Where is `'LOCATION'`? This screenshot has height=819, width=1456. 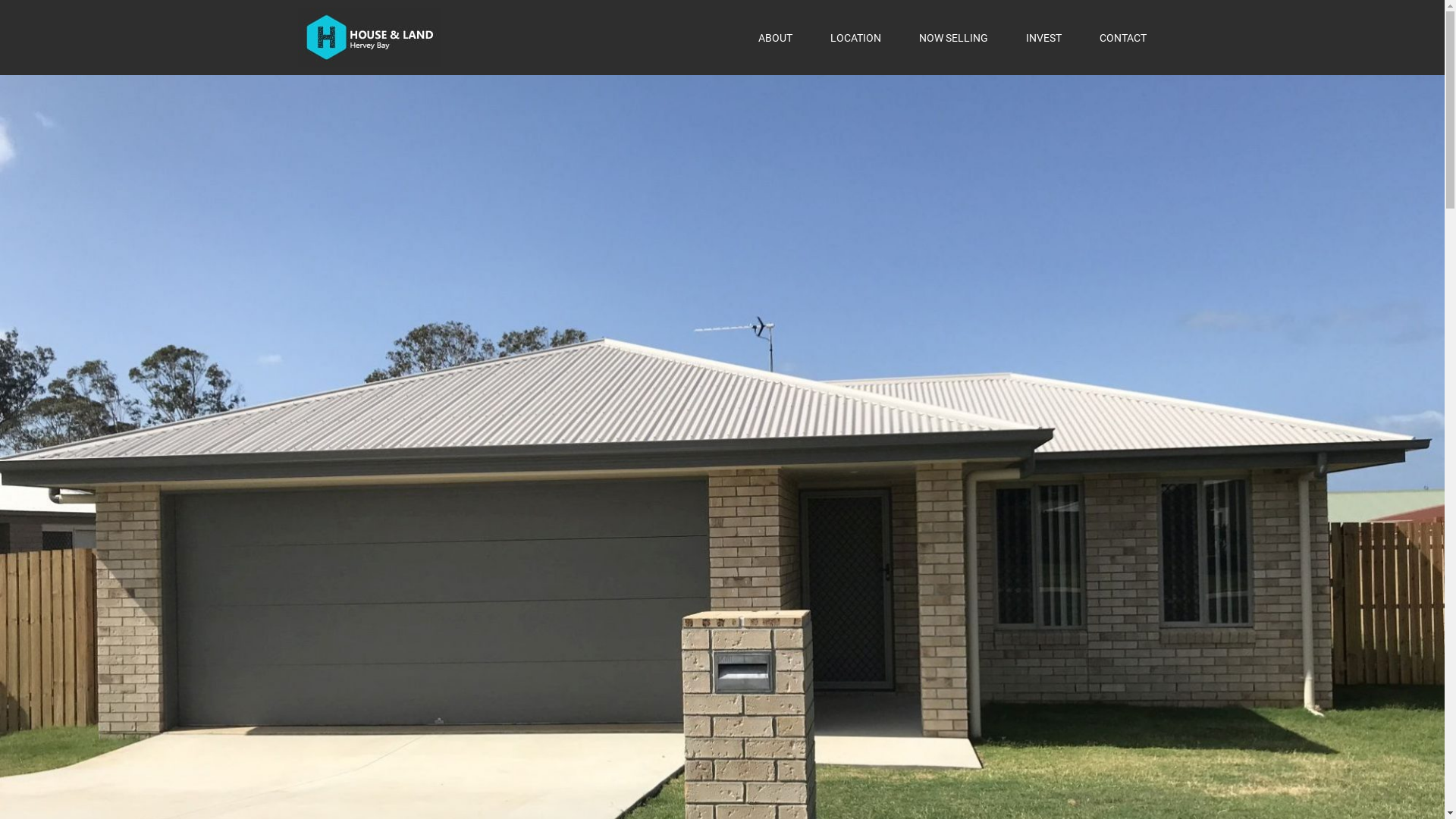 'LOCATION' is located at coordinates (855, 36).